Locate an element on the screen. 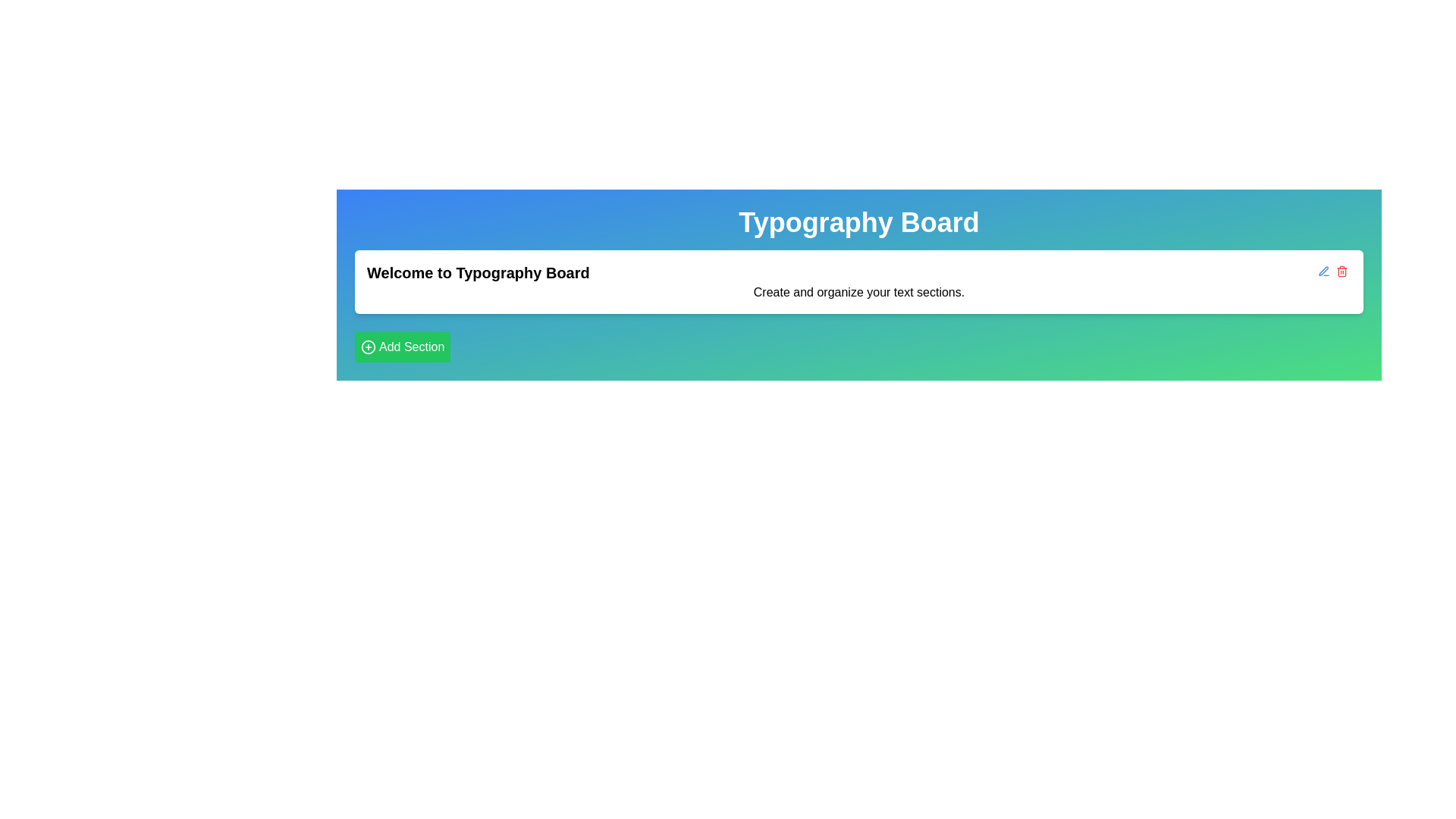 The width and height of the screenshot is (1456, 819). the welcome message and brief instruction text block located below the 'Typography Board' title is located at coordinates (858, 281).